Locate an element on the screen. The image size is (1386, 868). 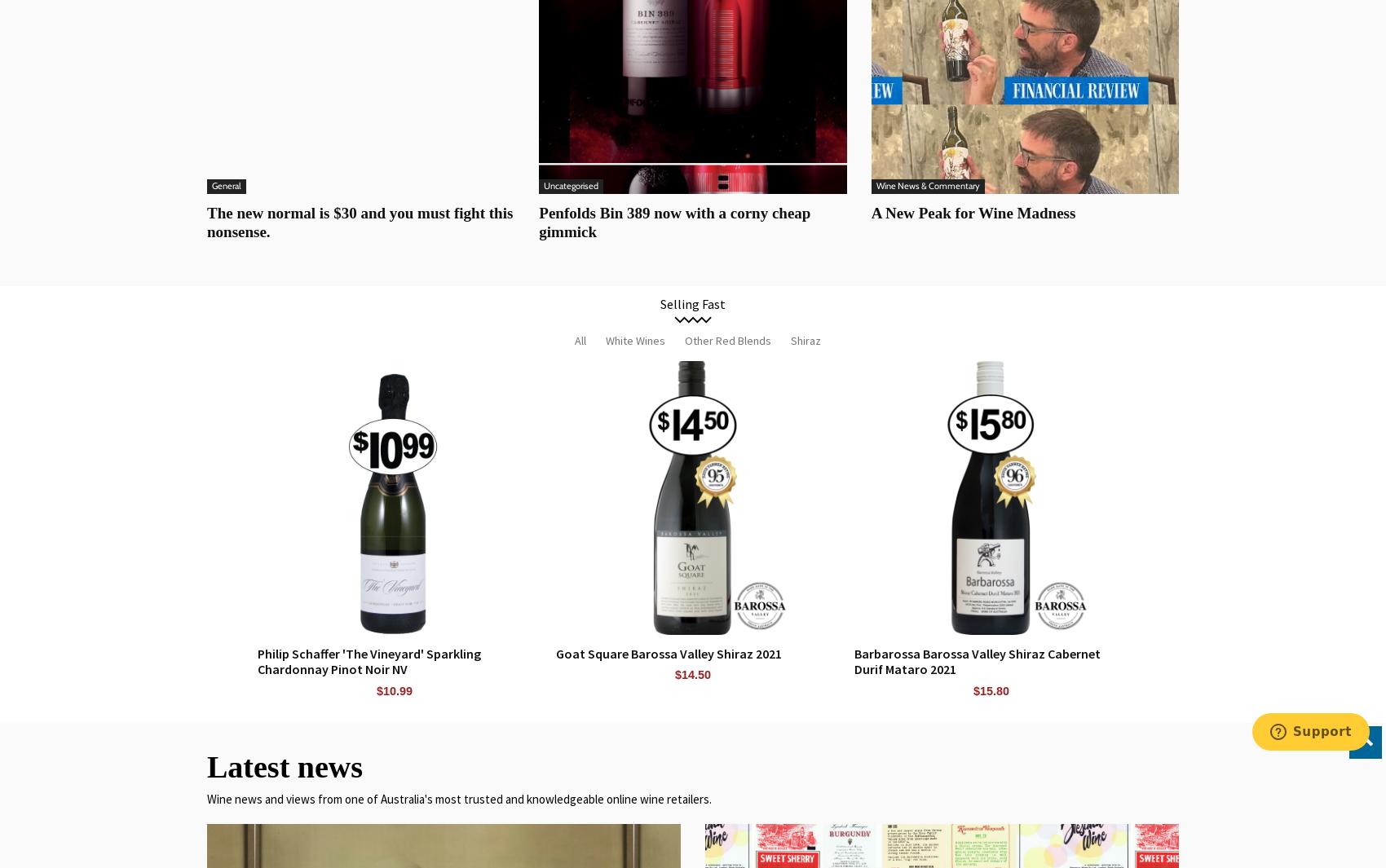
'Shiraz' is located at coordinates (790, 338).